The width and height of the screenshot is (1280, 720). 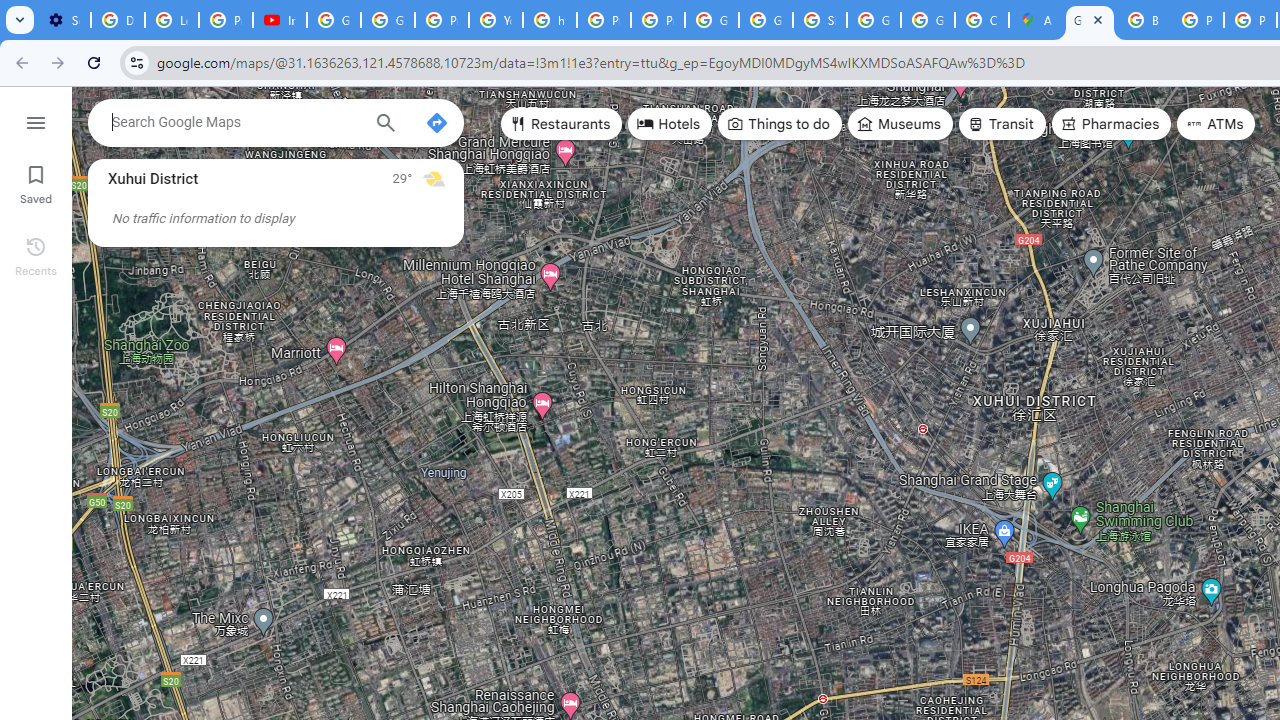 What do you see at coordinates (116, 20) in the screenshot?
I see `'Delete photos & videos - Computer - Google Photos Help'` at bounding box center [116, 20].